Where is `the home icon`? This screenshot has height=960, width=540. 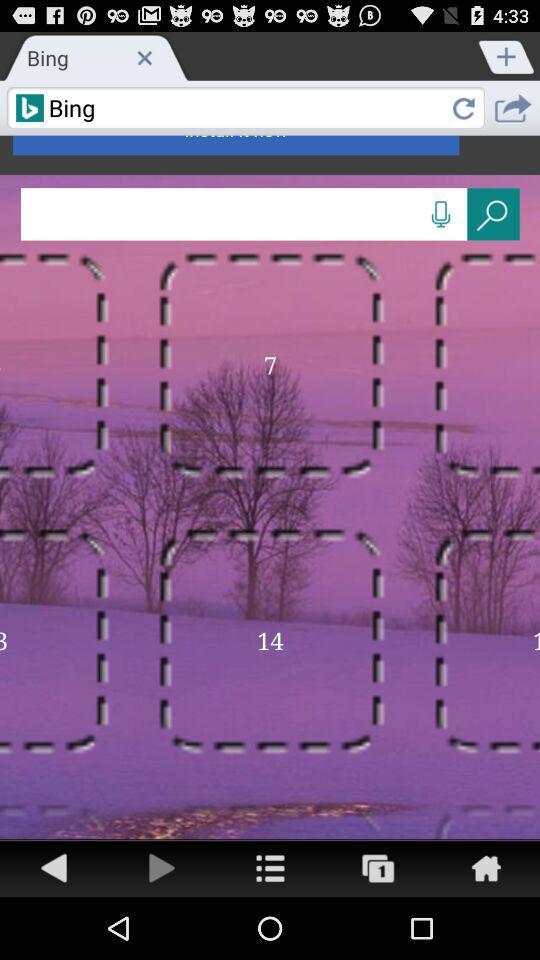 the home icon is located at coordinates (485, 928).